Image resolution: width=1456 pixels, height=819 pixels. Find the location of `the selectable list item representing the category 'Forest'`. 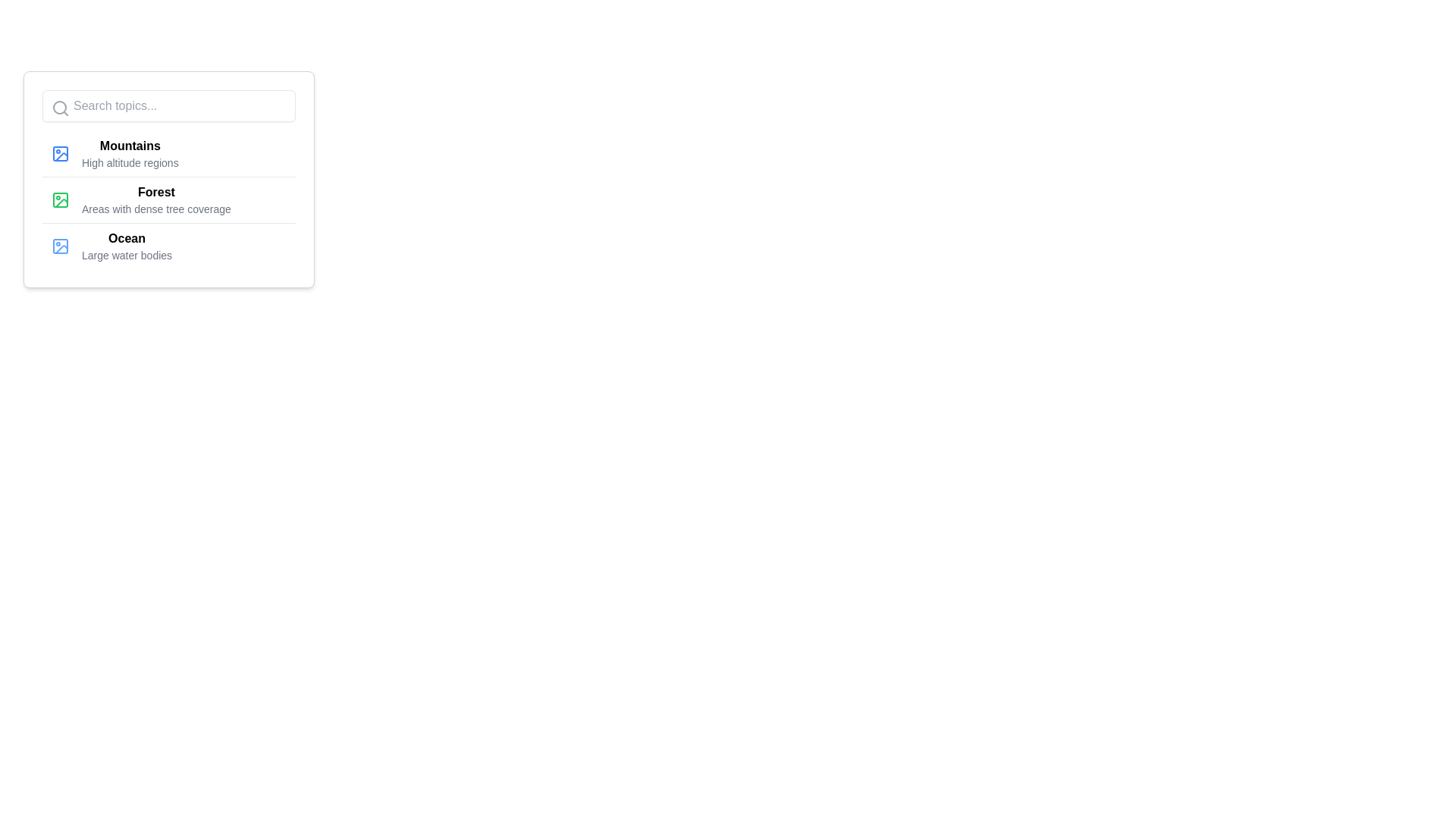

the selectable list item representing the category 'Forest' is located at coordinates (168, 199).